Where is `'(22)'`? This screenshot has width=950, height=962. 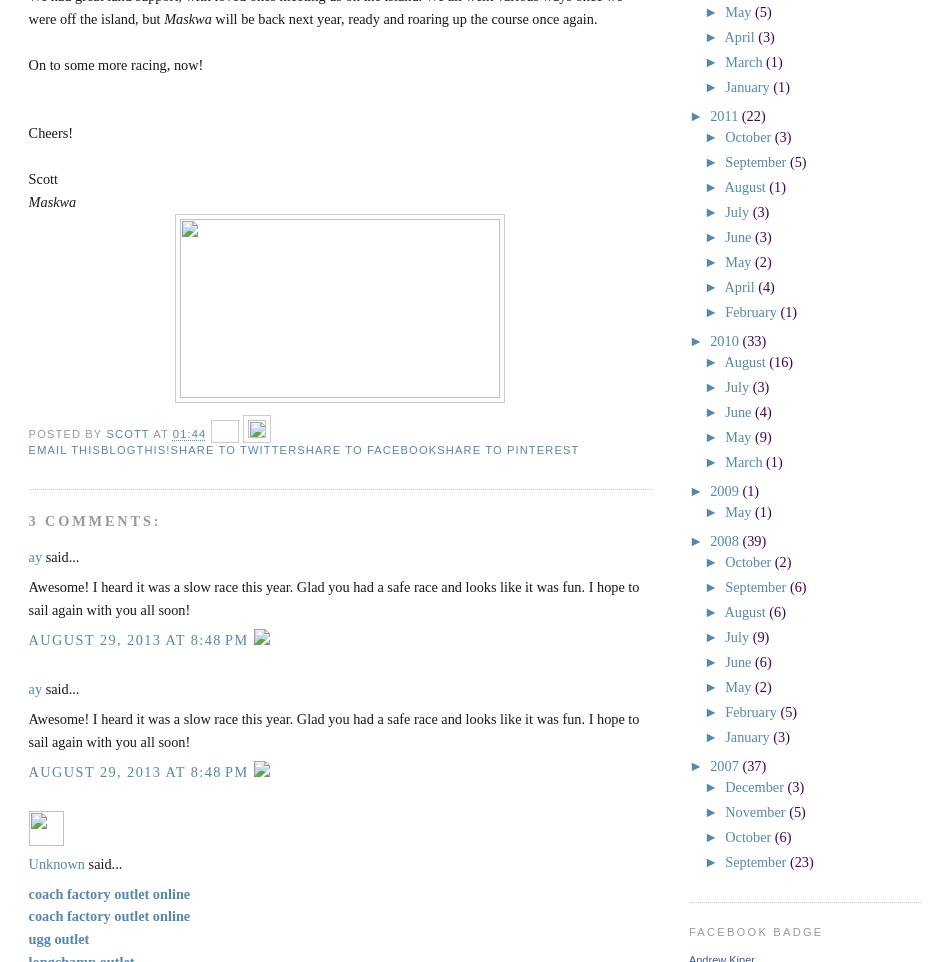 '(22)' is located at coordinates (751, 115).